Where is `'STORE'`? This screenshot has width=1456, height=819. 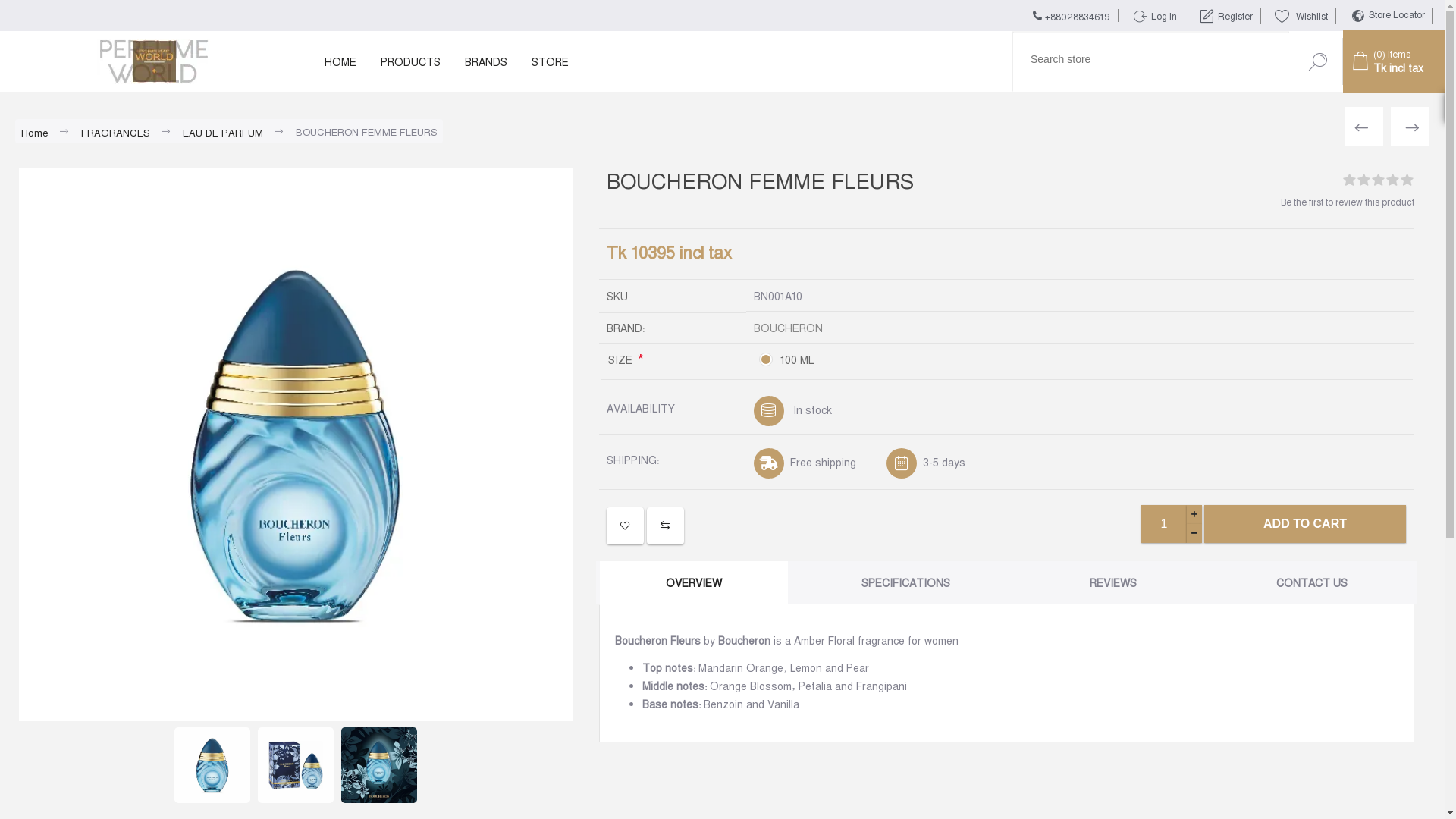
'STORE' is located at coordinates (549, 61).